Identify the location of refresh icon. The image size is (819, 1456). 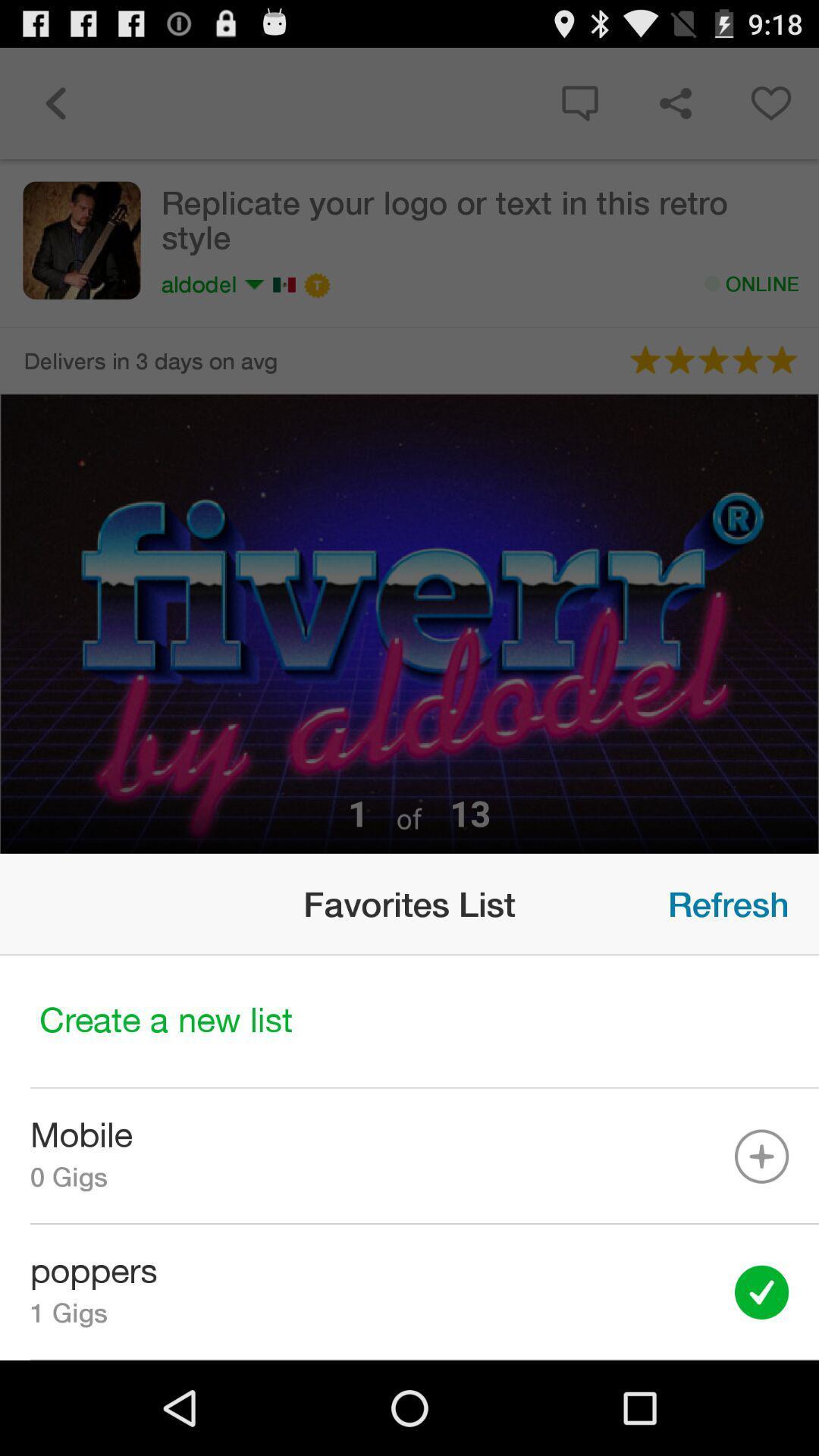
(727, 904).